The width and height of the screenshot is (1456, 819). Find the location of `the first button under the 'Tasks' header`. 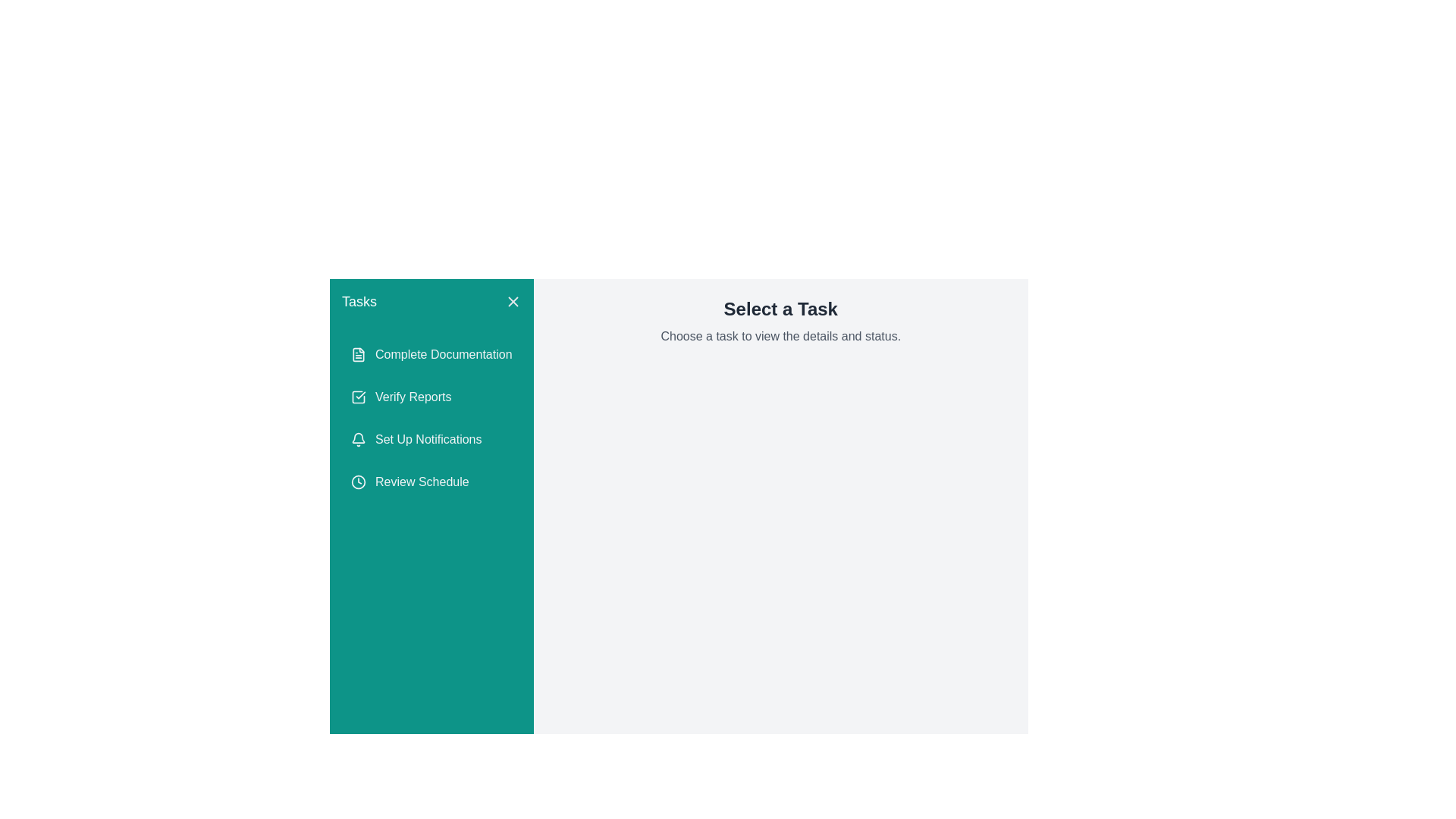

the first button under the 'Tasks' header is located at coordinates (431, 354).